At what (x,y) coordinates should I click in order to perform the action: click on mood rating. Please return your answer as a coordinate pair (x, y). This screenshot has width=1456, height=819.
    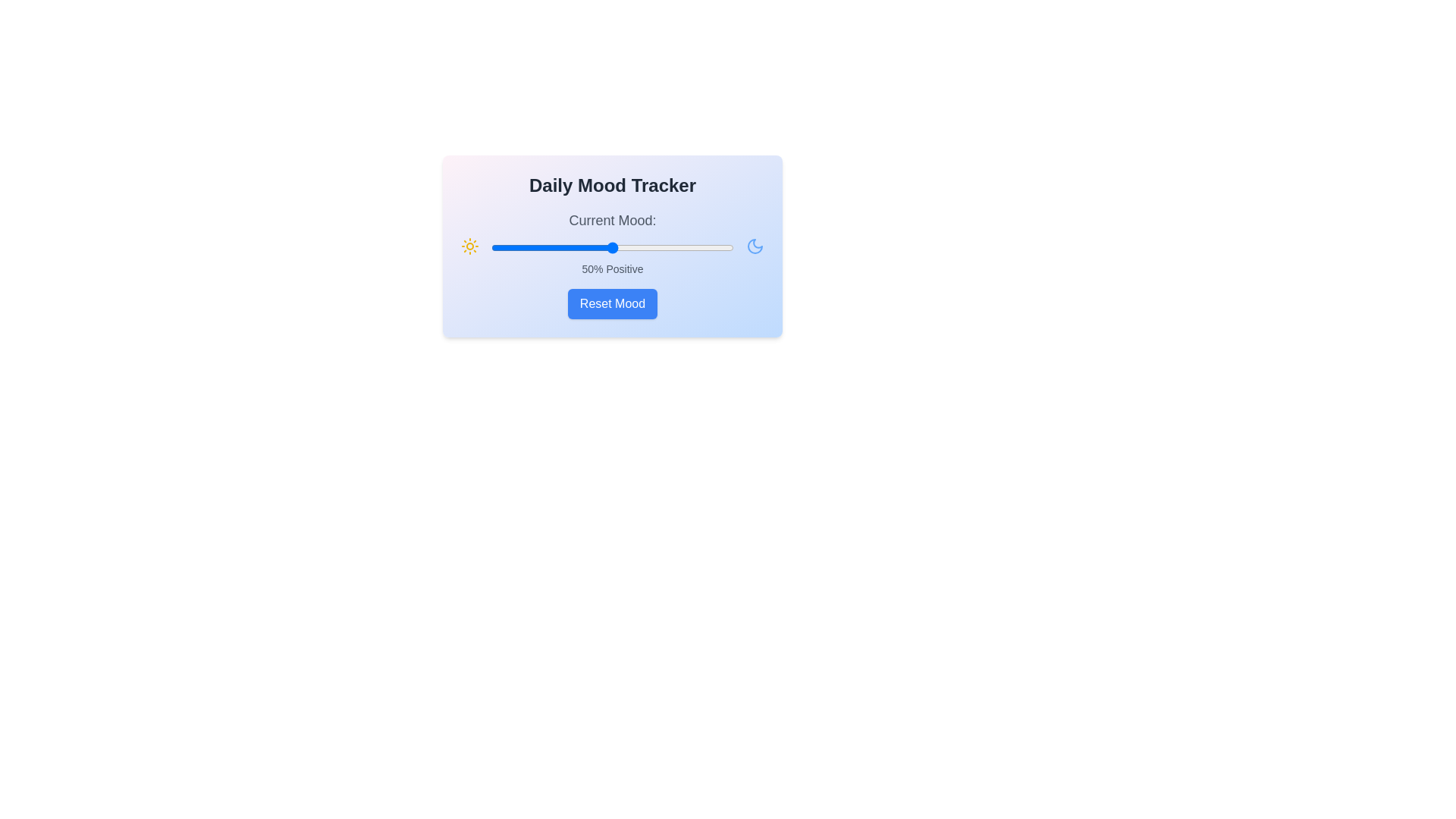
    Looking at the image, I should click on (654, 247).